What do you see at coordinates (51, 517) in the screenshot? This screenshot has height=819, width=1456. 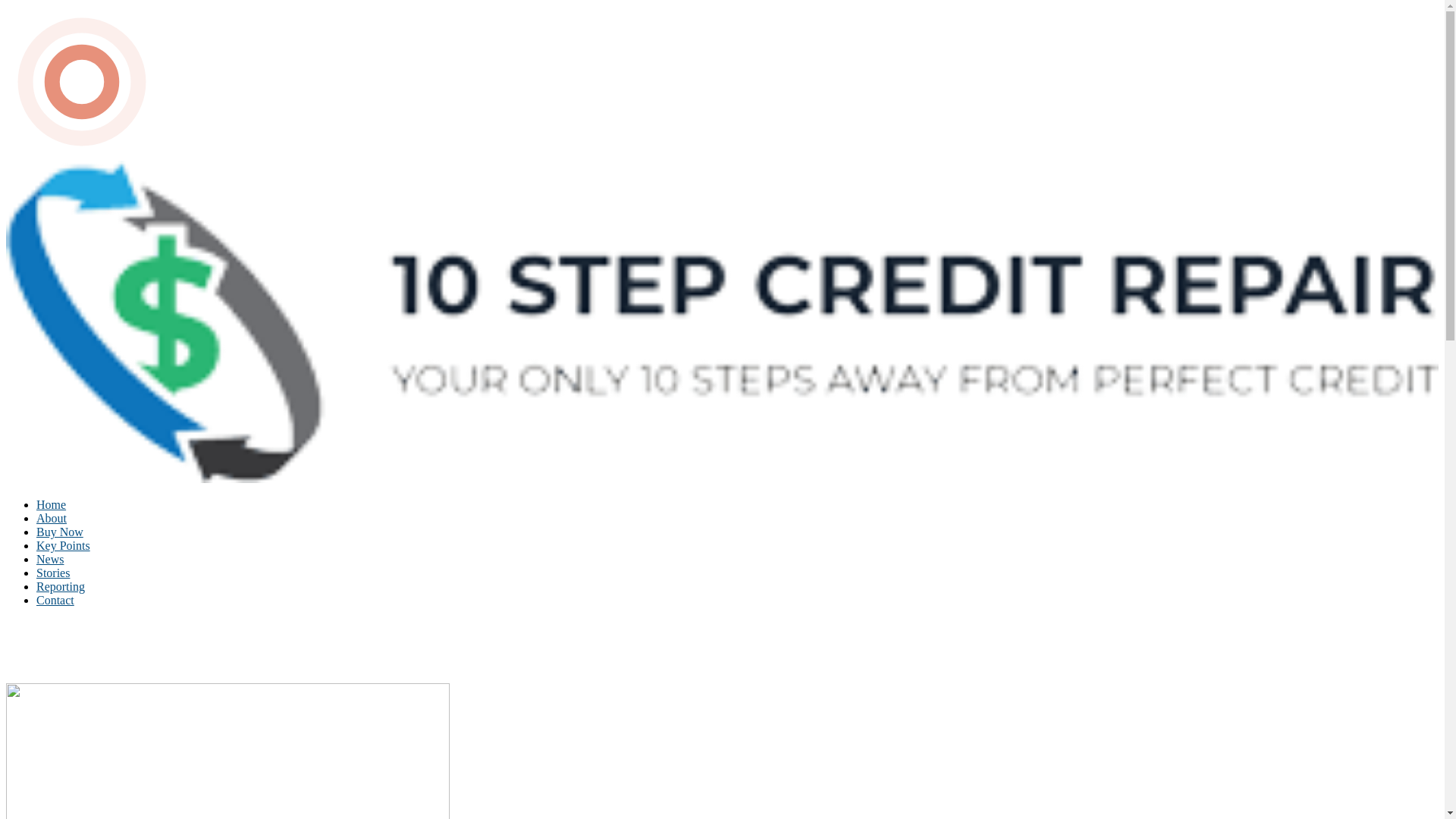 I see `'About'` at bounding box center [51, 517].